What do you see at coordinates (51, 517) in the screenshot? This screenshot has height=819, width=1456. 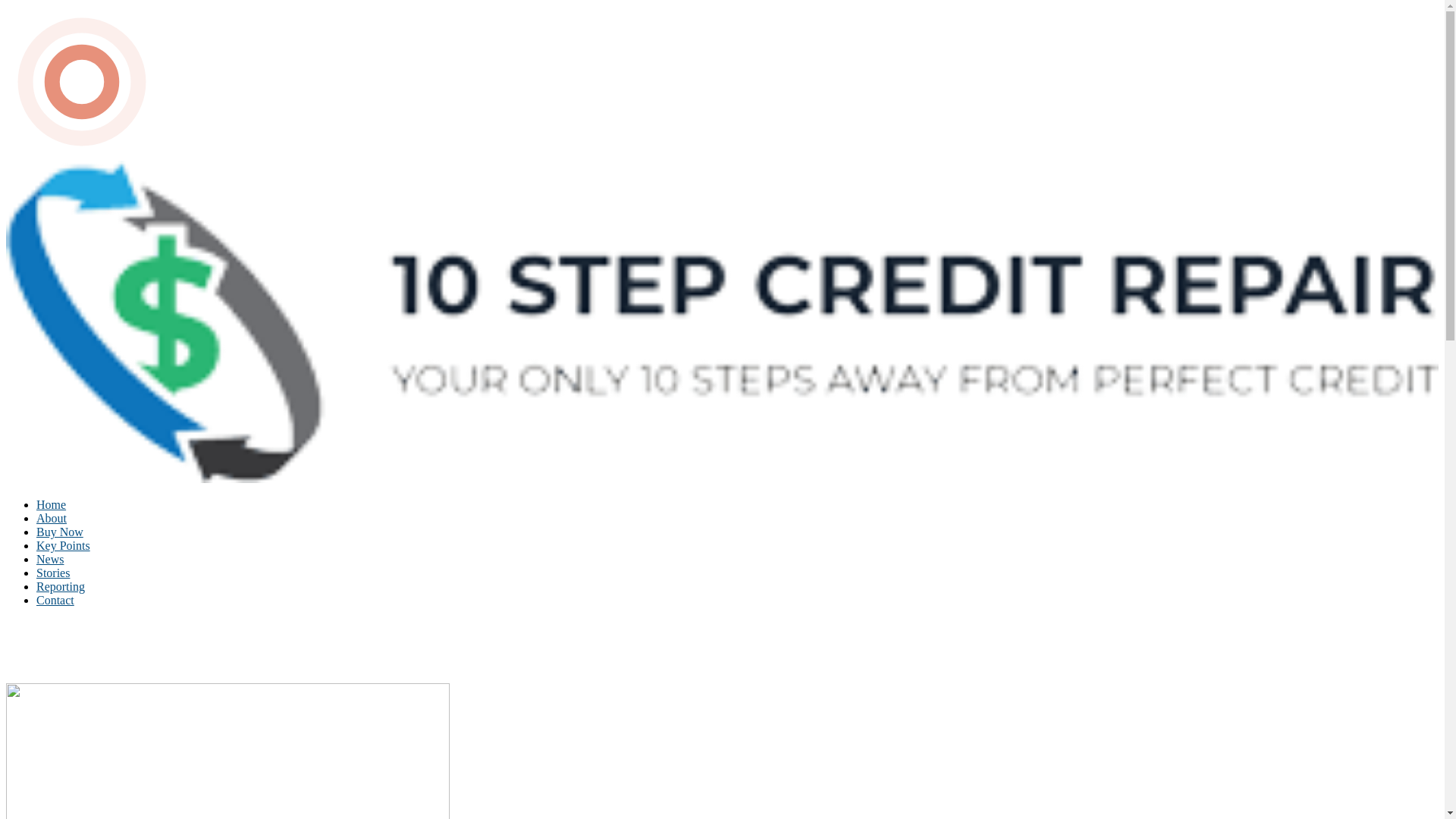 I see `'About'` at bounding box center [51, 517].